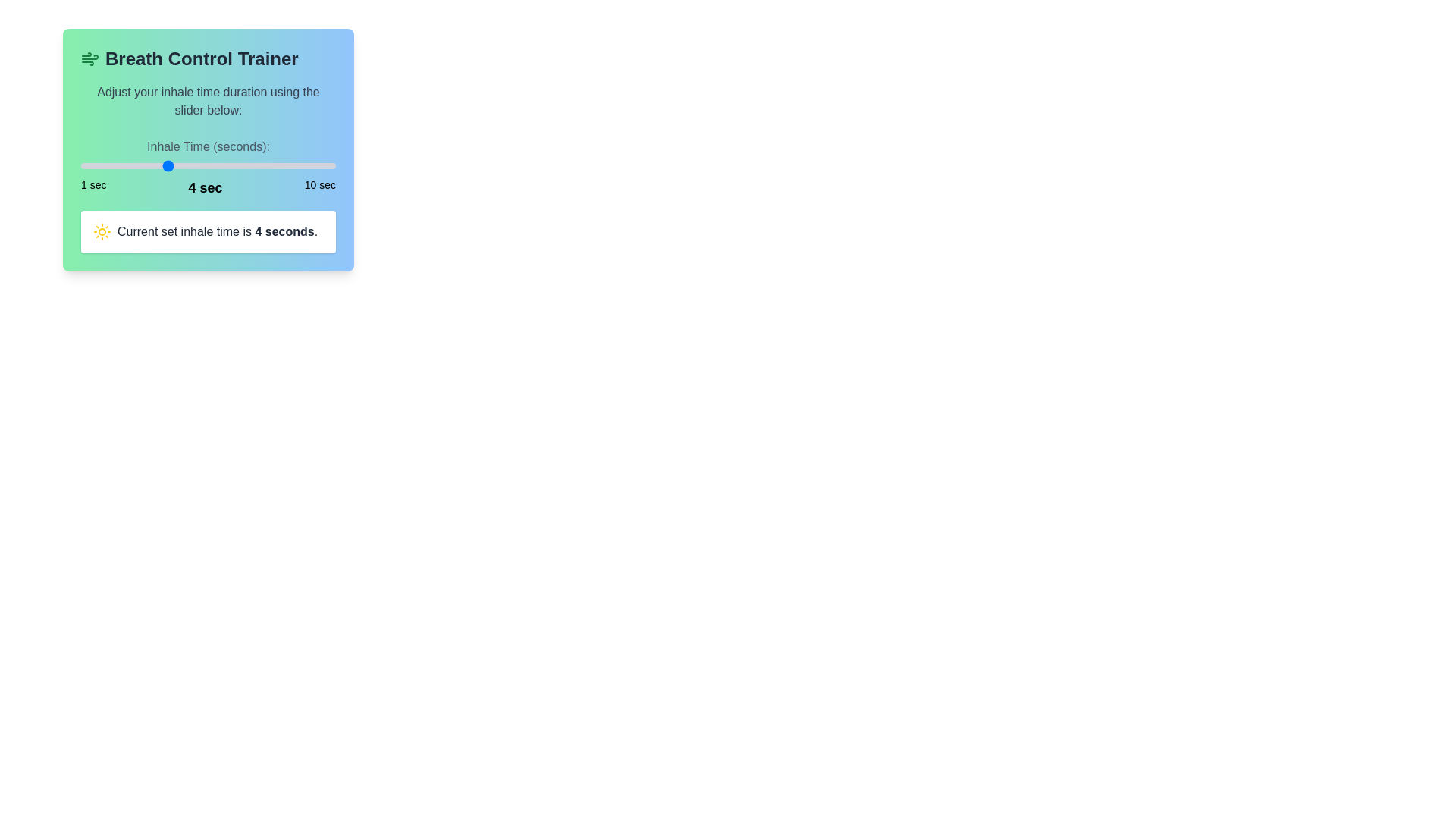 This screenshot has width=1456, height=819. I want to click on the inhale time to 7 seconds using the slider, so click(251, 166).